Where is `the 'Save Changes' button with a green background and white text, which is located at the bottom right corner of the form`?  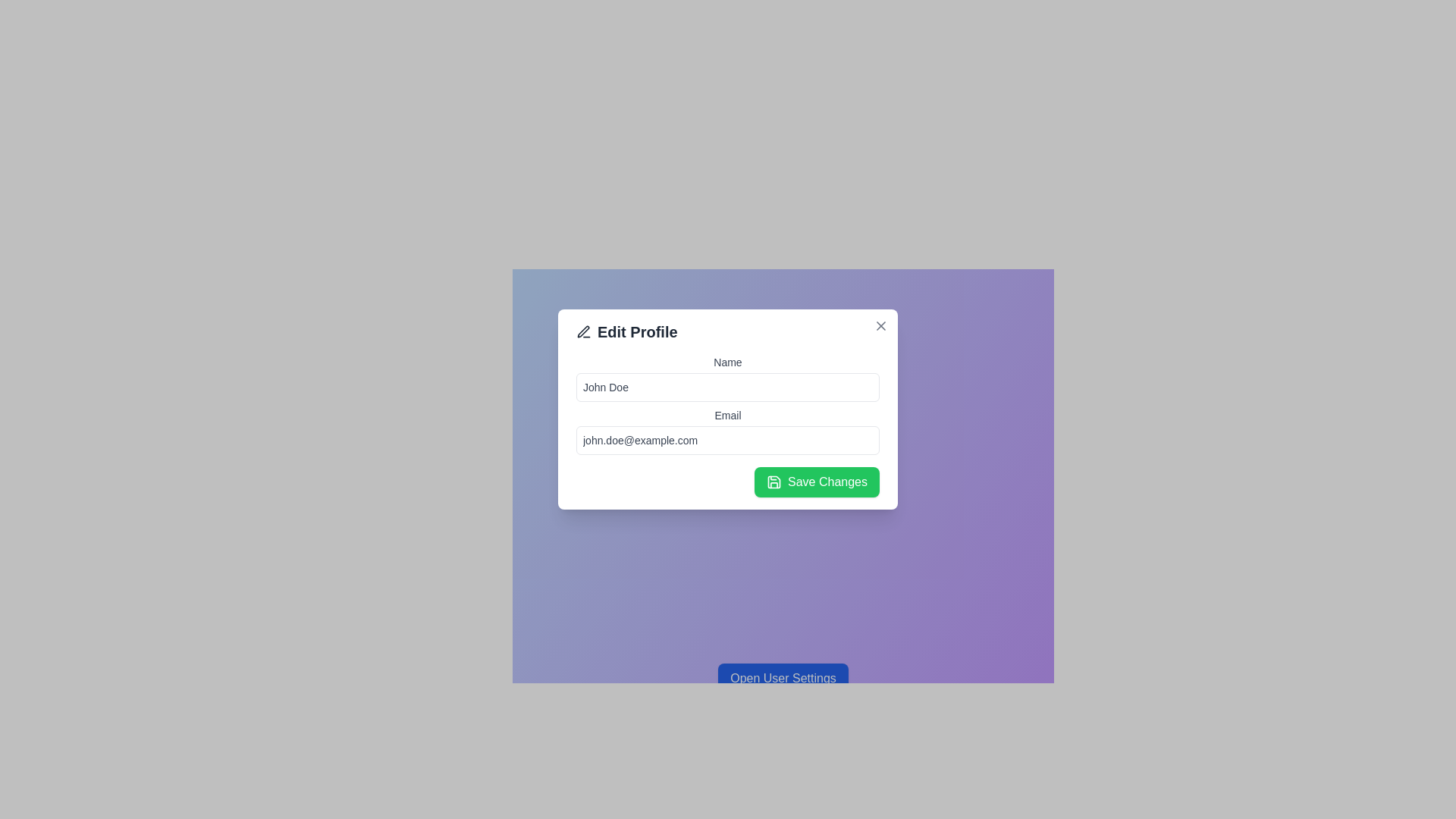
the 'Save Changes' button with a green background and white text, which is located at the bottom right corner of the form is located at coordinates (816, 482).